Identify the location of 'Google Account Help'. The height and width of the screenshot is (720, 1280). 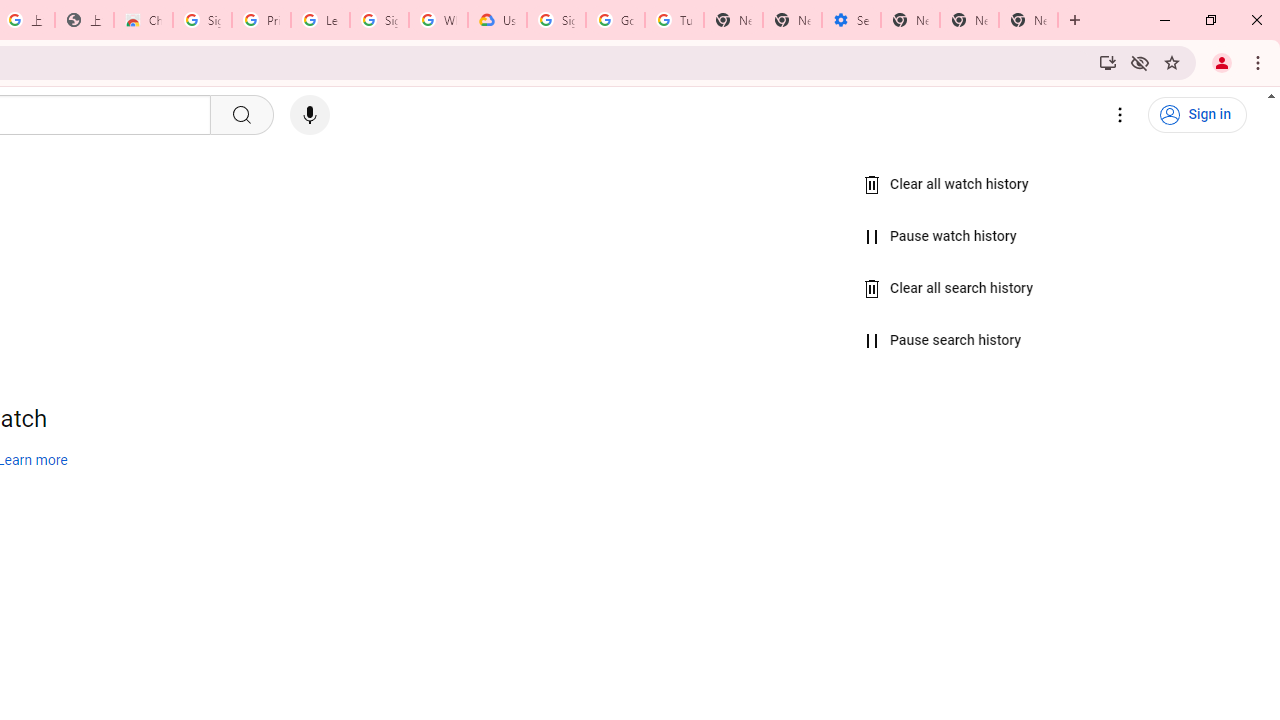
(614, 20).